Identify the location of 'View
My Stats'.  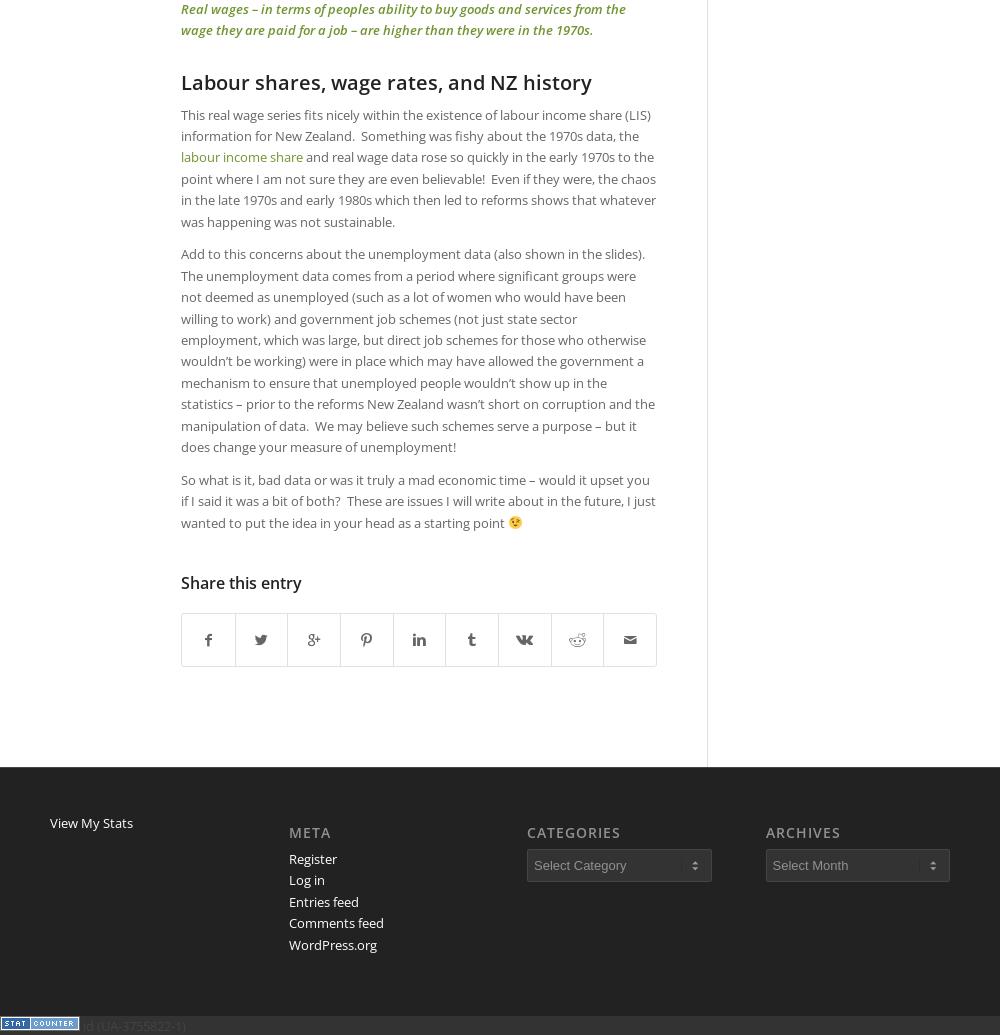
(90, 822).